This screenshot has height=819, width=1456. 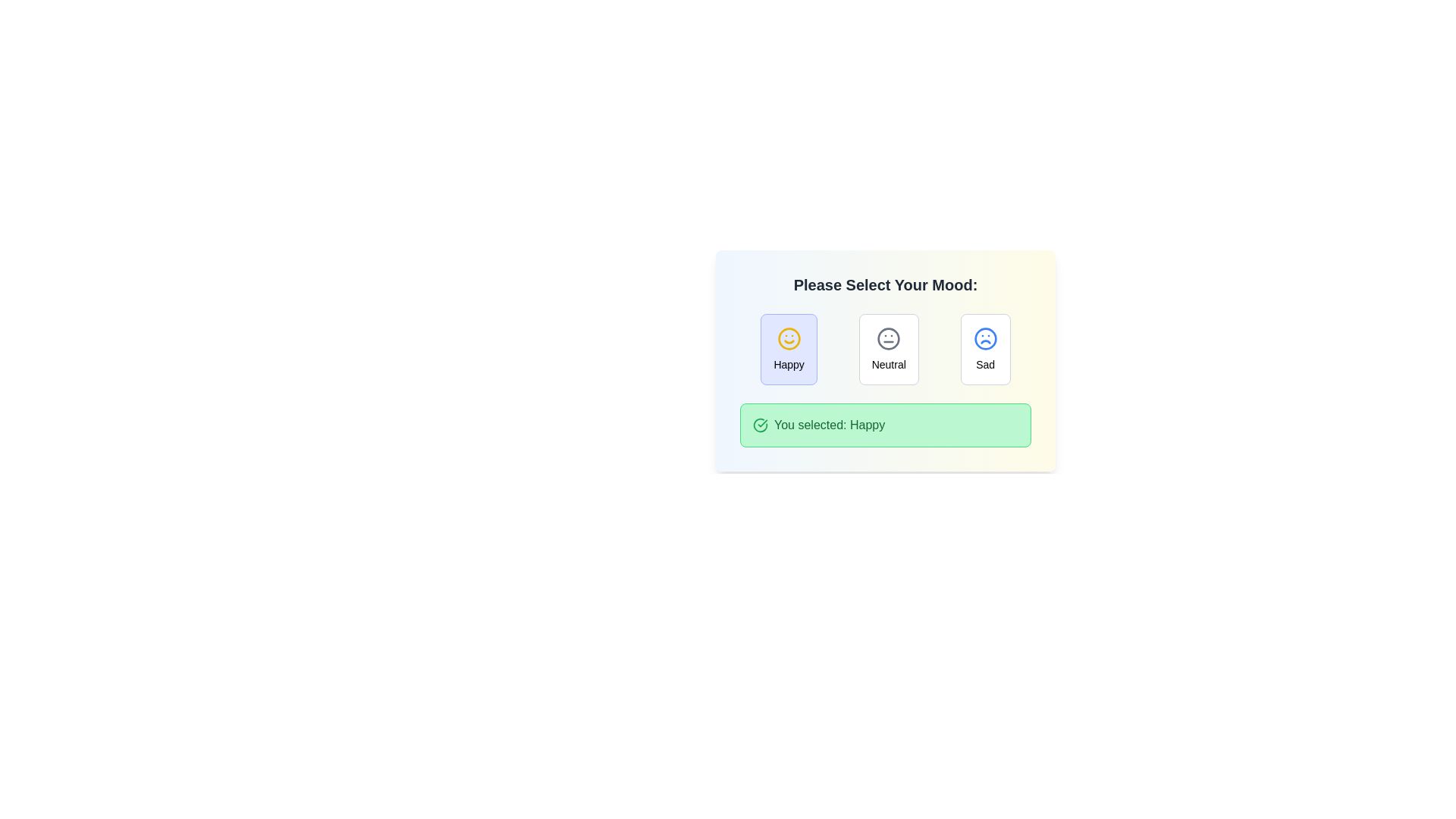 I want to click on the text label displaying 'Neutral', which is located centrally beneath the neutral face icon in the mood options section, so click(x=889, y=365).